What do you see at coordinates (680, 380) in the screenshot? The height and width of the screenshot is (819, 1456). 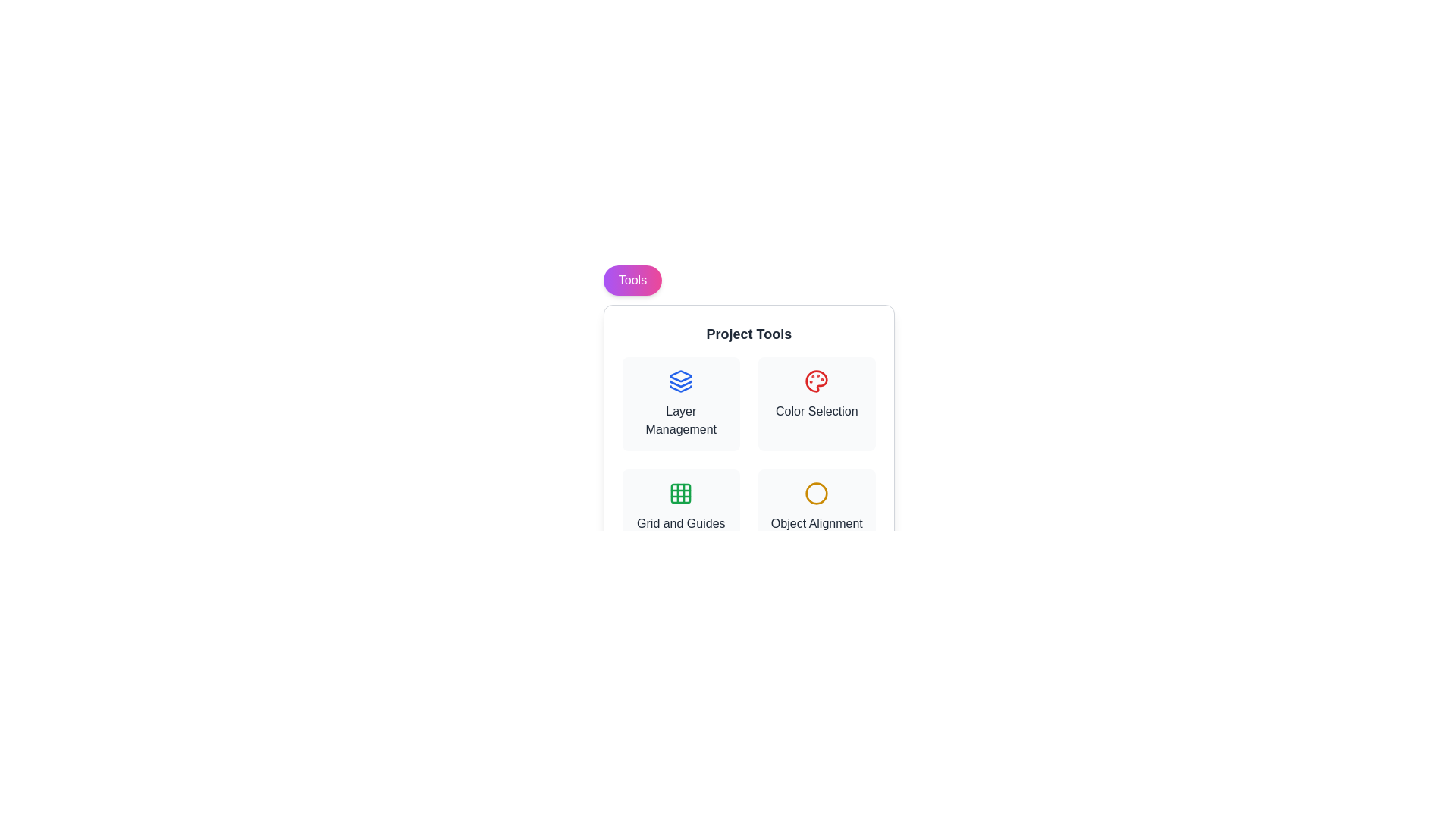 I see `the 'Layer Management' icon located near the top of its containing card above the 'Layer Management' text in the first row of icons` at bounding box center [680, 380].